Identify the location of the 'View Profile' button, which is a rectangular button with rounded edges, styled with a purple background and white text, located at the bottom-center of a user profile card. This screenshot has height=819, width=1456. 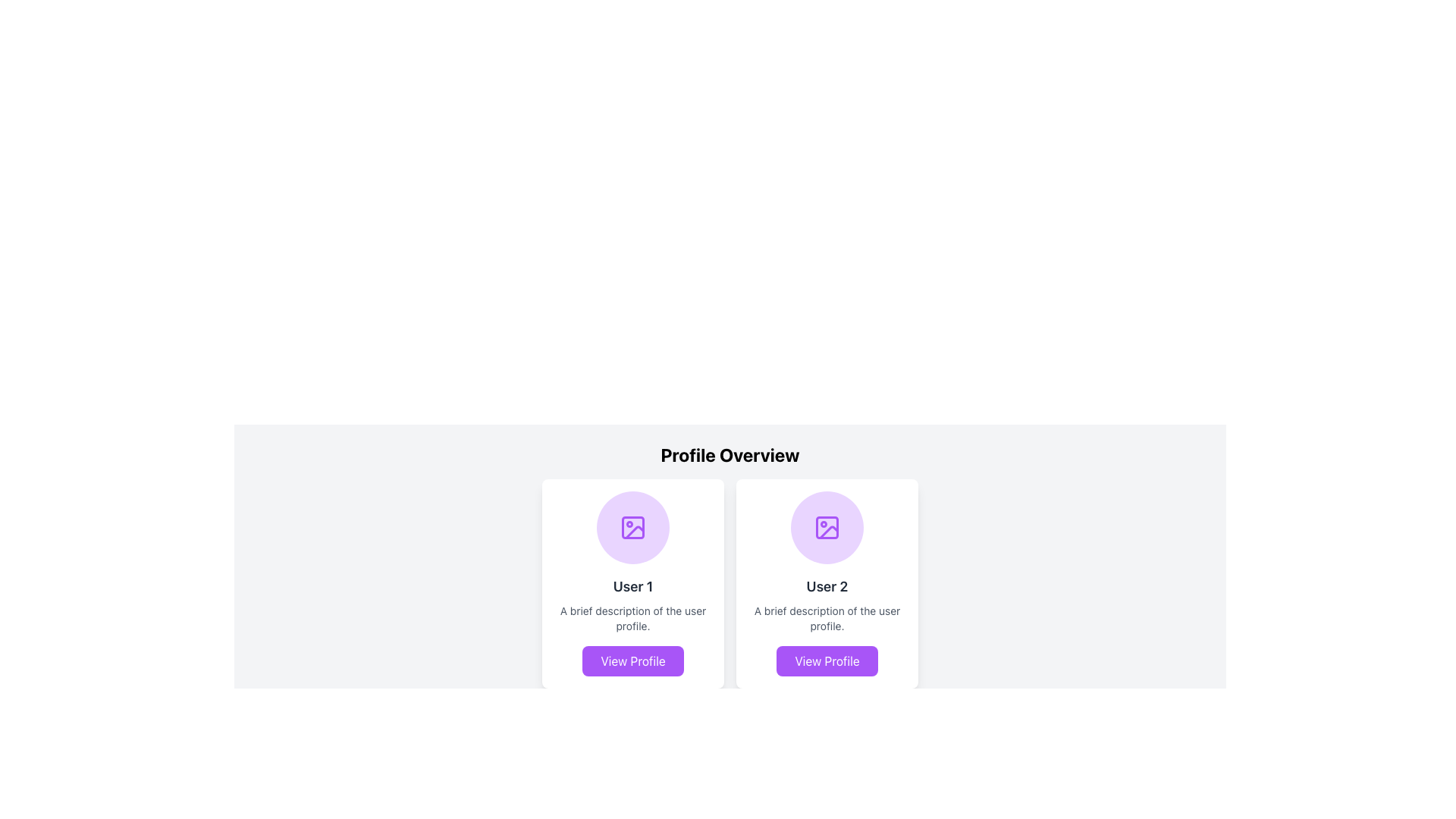
(633, 660).